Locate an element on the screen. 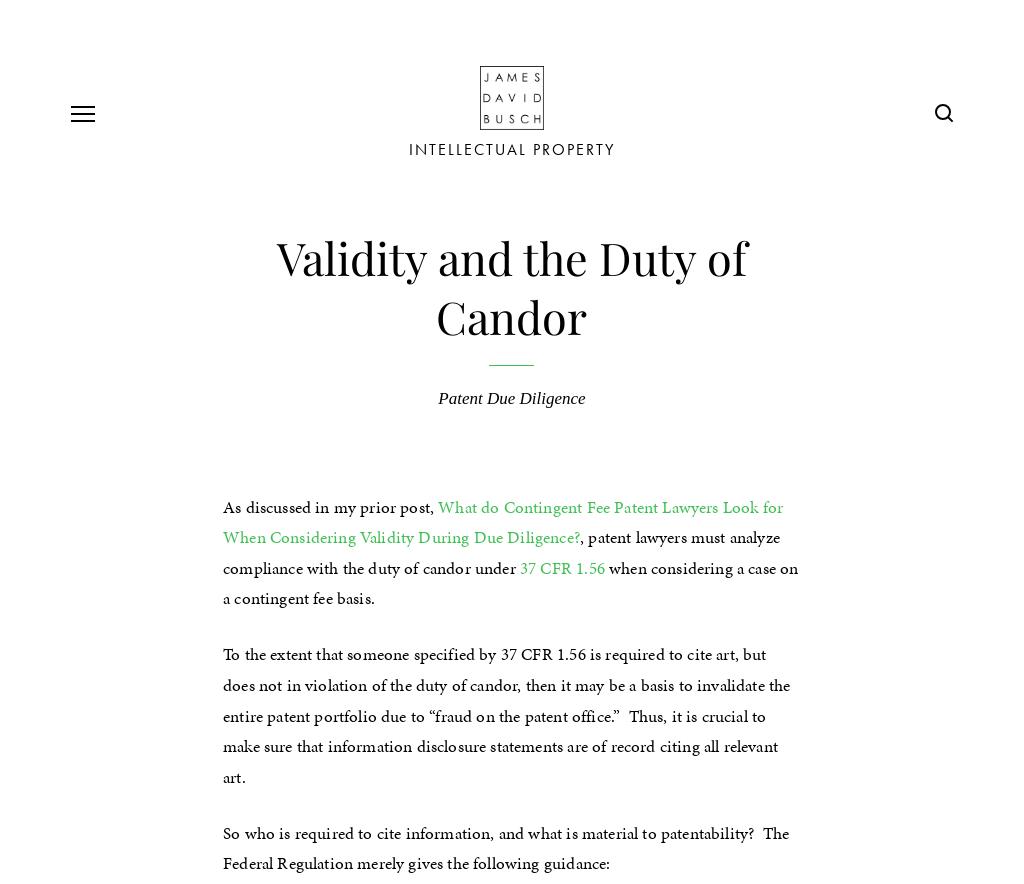 The width and height of the screenshot is (1024, 884). 'Patent Due Diligence' is located at coordinates (510, 398).